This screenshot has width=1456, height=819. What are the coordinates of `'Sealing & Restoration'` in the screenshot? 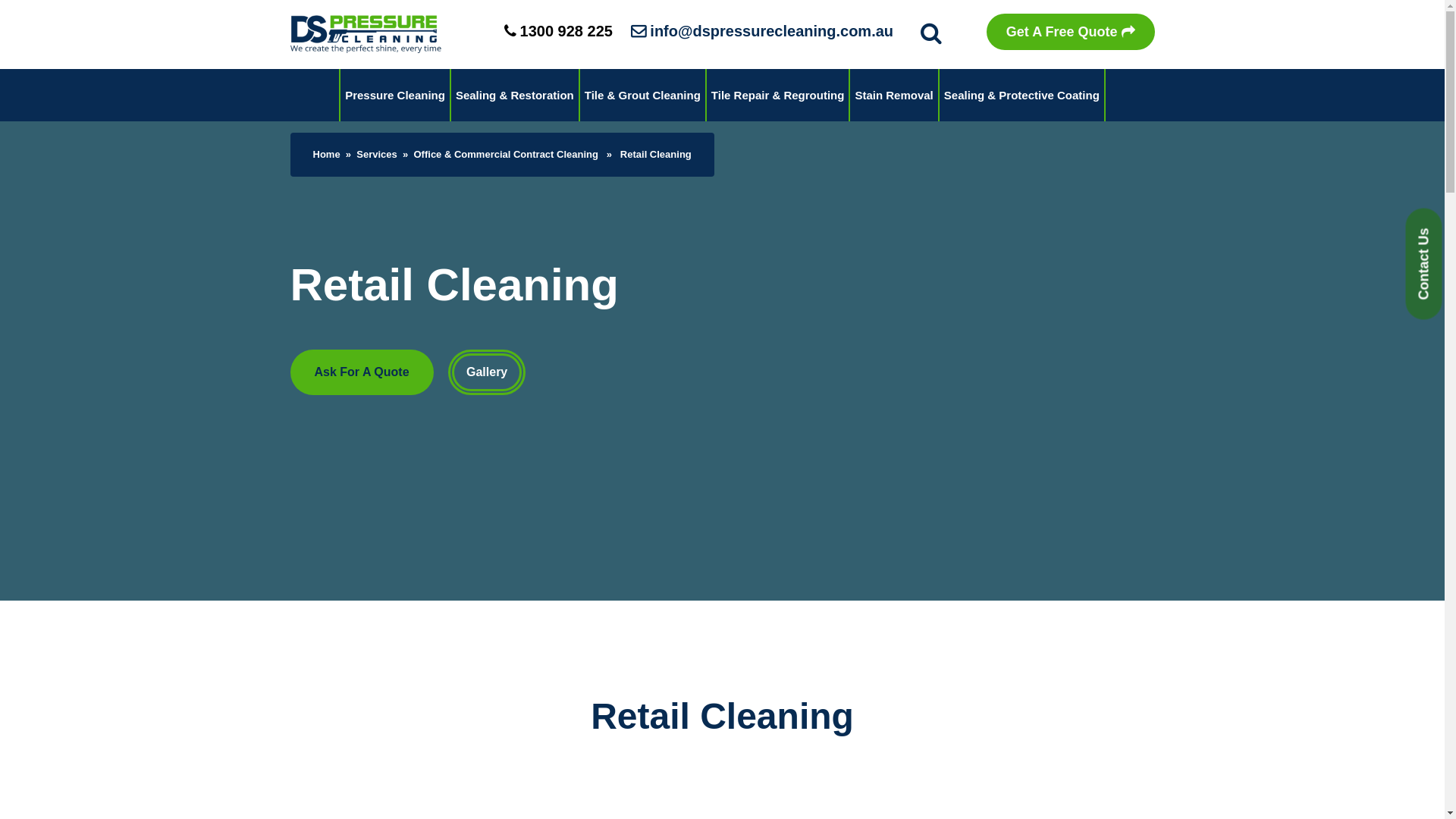 It's located at (450, 95).